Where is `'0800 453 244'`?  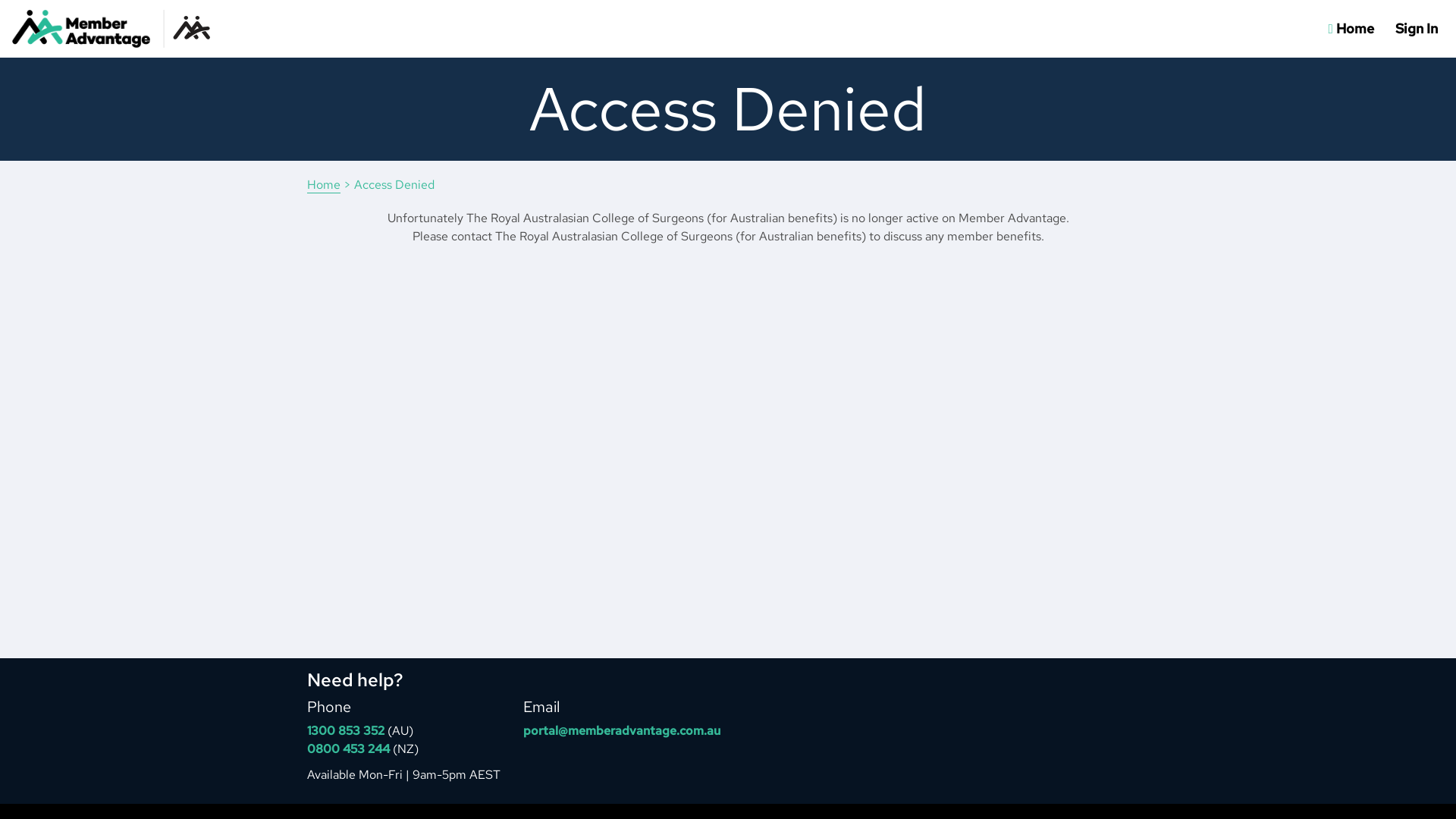 '0800 453 244' is located at coordinates (306, 748).